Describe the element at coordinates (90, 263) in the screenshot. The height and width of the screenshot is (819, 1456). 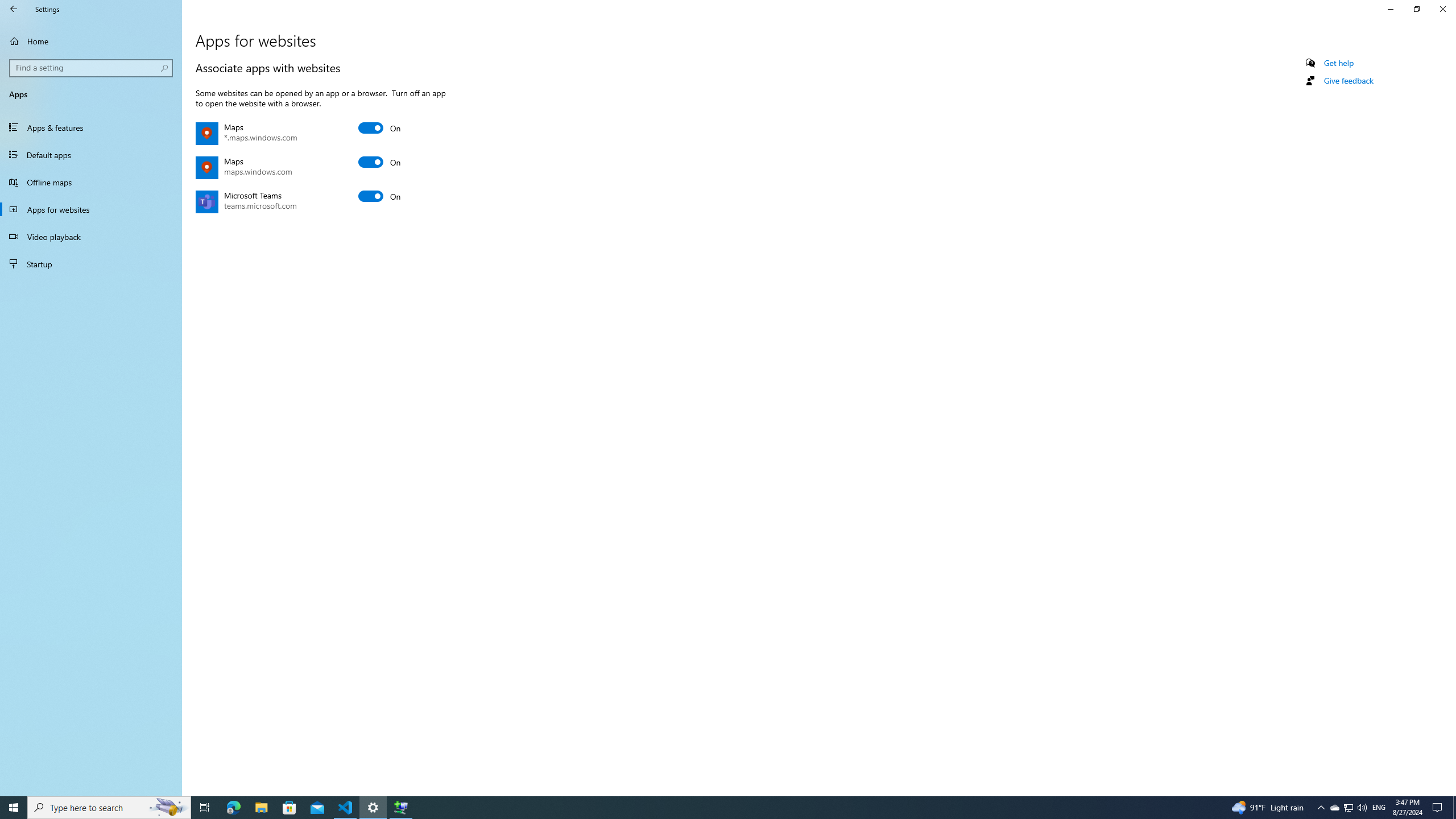
I see `'Startup'` at that location.